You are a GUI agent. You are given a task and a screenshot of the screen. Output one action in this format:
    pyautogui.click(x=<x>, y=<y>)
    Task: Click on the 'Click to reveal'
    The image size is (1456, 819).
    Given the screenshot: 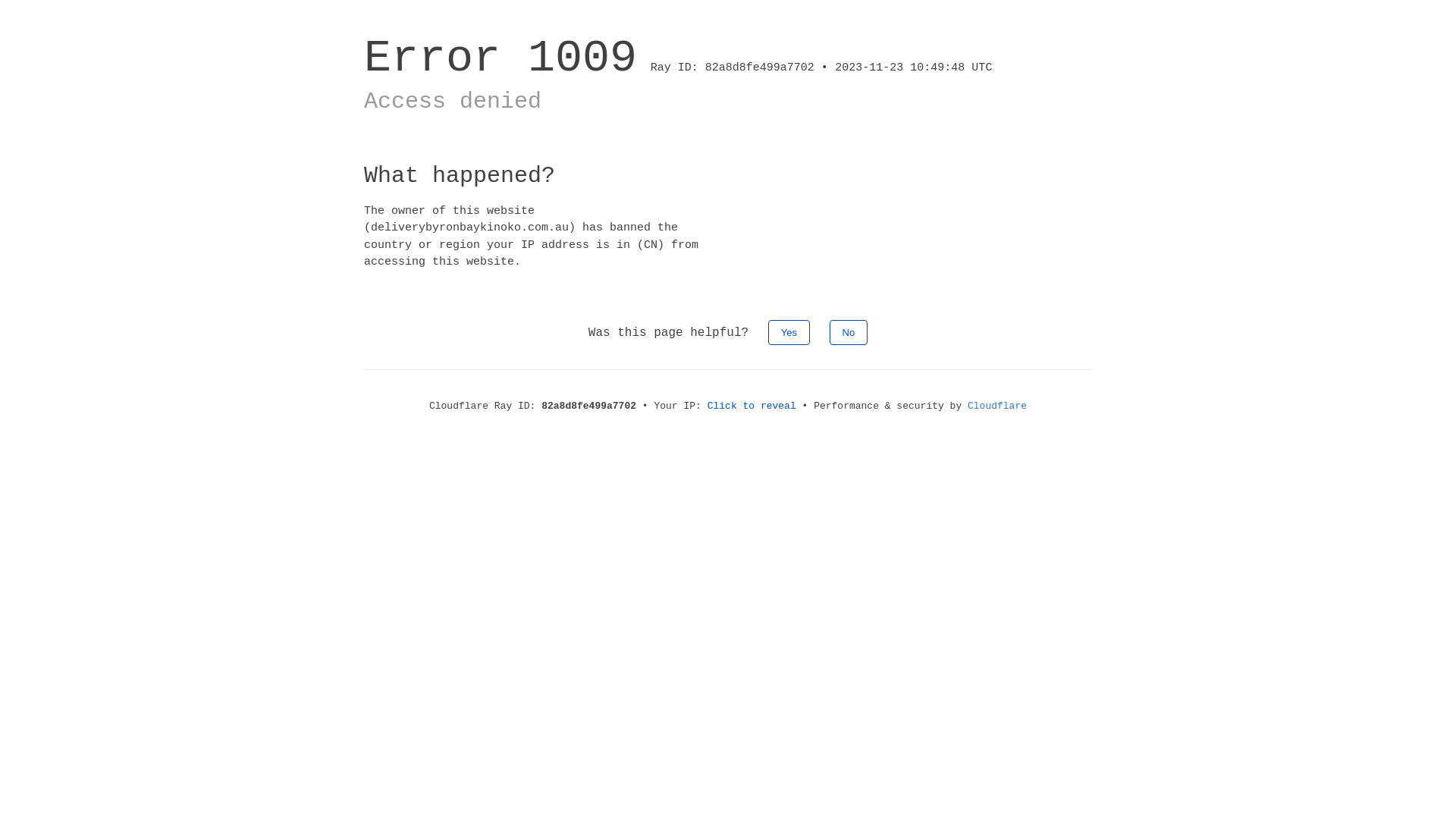 What is the action you would take?
    pyautogui.click(x=706, y=405)
    